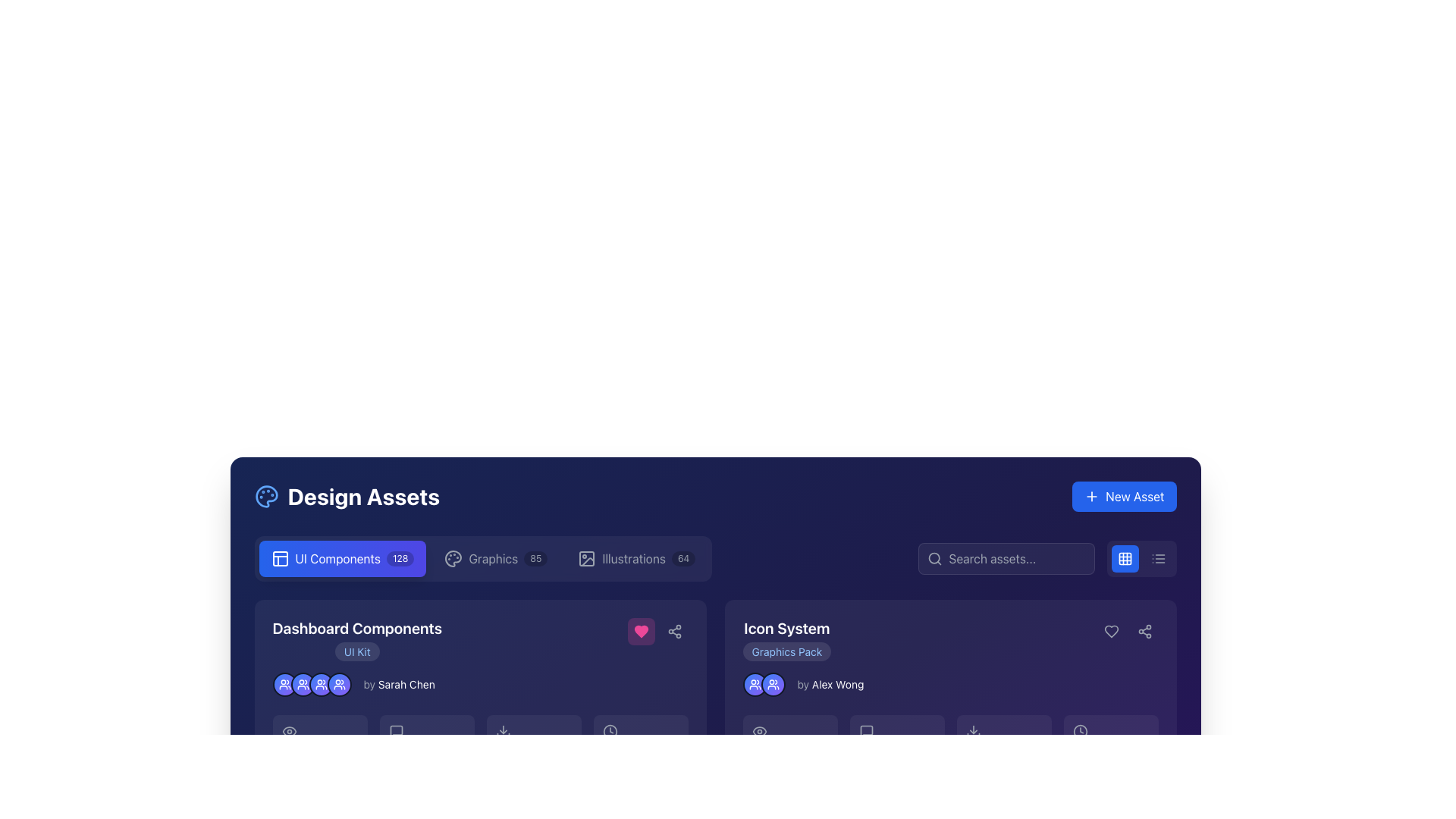 The height and width of the screenshot is (819, 1456). Describe the element at coordinates (837, 684) in the screenshot. I see `text 'Alex Wong' which is displayed in white font on a dark blue background, located near the bottom-right section of the card titled 'Icon System'` at that location.